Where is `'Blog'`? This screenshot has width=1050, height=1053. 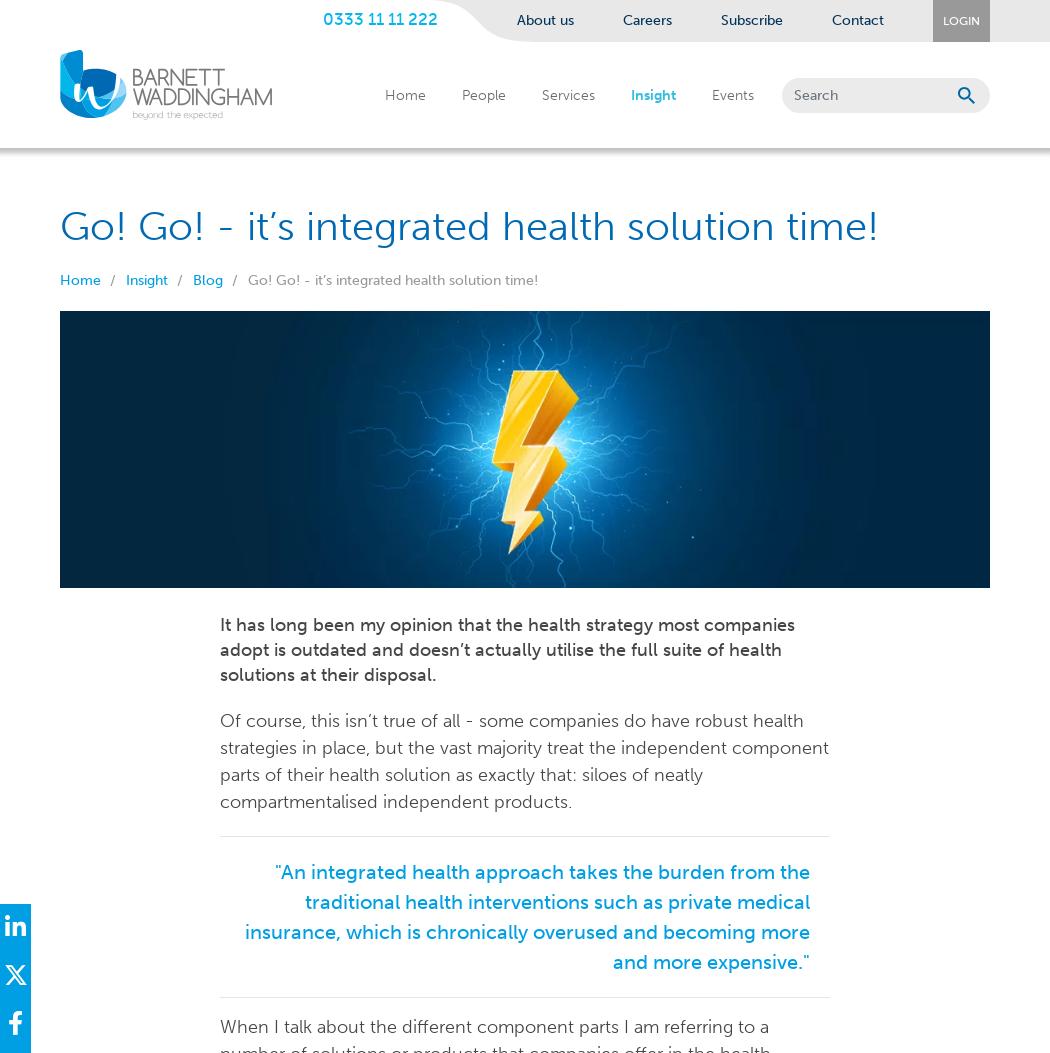 'Blog' is located at coordinates (207, 279).